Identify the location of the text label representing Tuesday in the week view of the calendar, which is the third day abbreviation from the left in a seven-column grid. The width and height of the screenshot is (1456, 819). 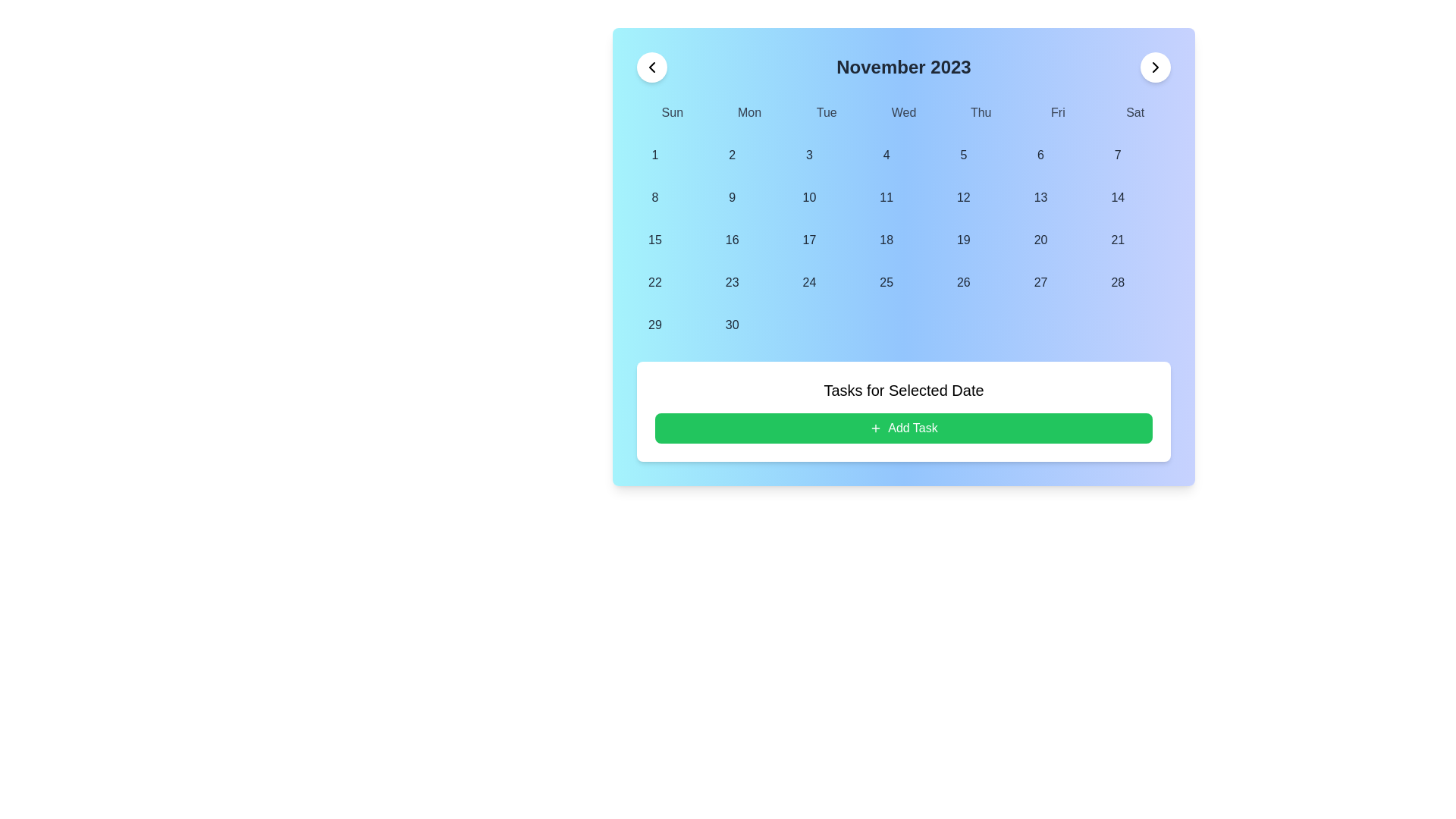
(826, 112).